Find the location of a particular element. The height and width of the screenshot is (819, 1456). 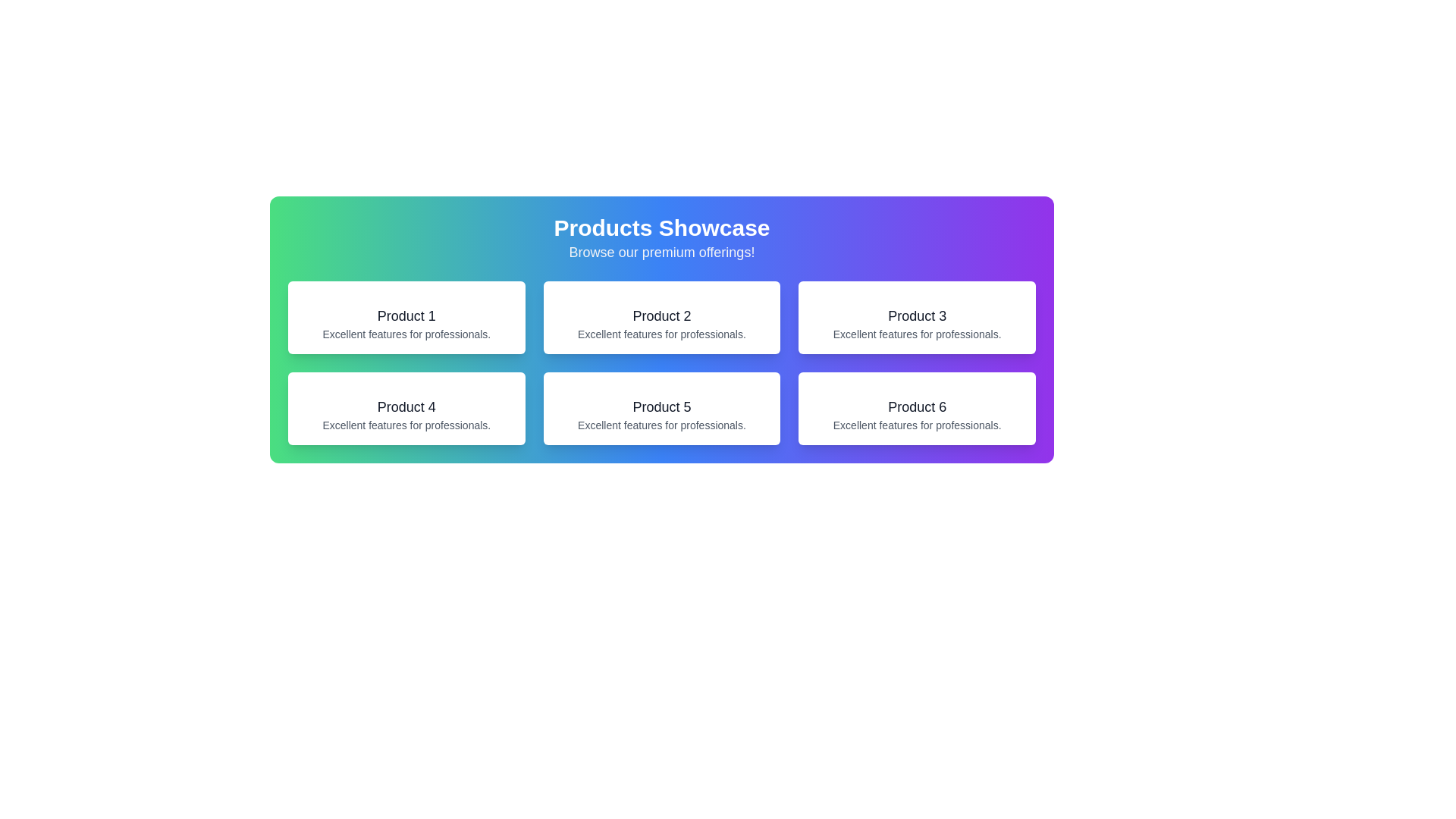

the product overview card for Product 5, located in the second position of the second row in a 2-row, 3-column grid layout is located at coordinates (662, 408).